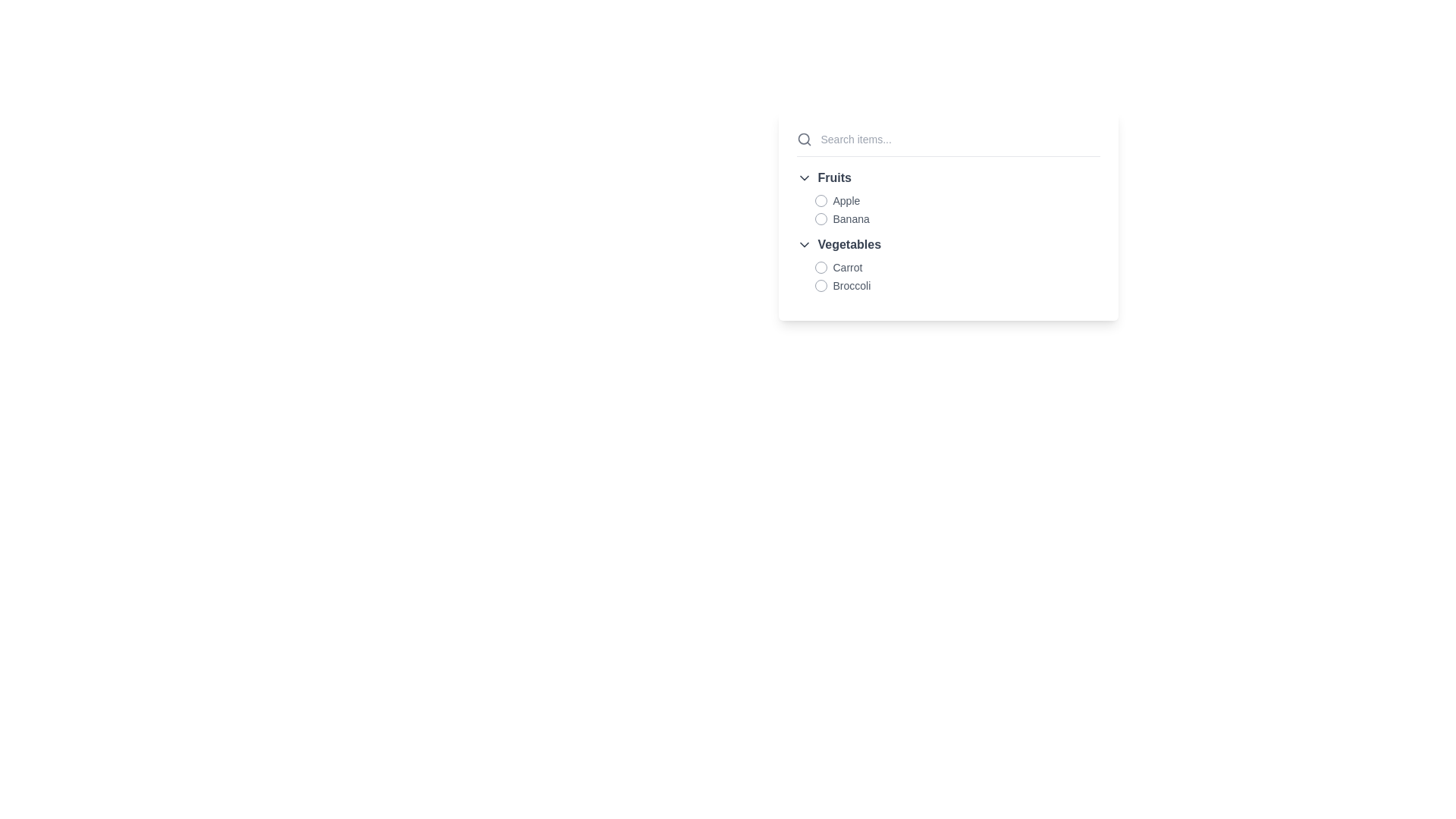 This screenshot has width=1456, height=819. I want to click on the text label displaying 'Broccoli' in gray color, located to the right of a radio button under the 'Vegetables' section, so click(852, 286).